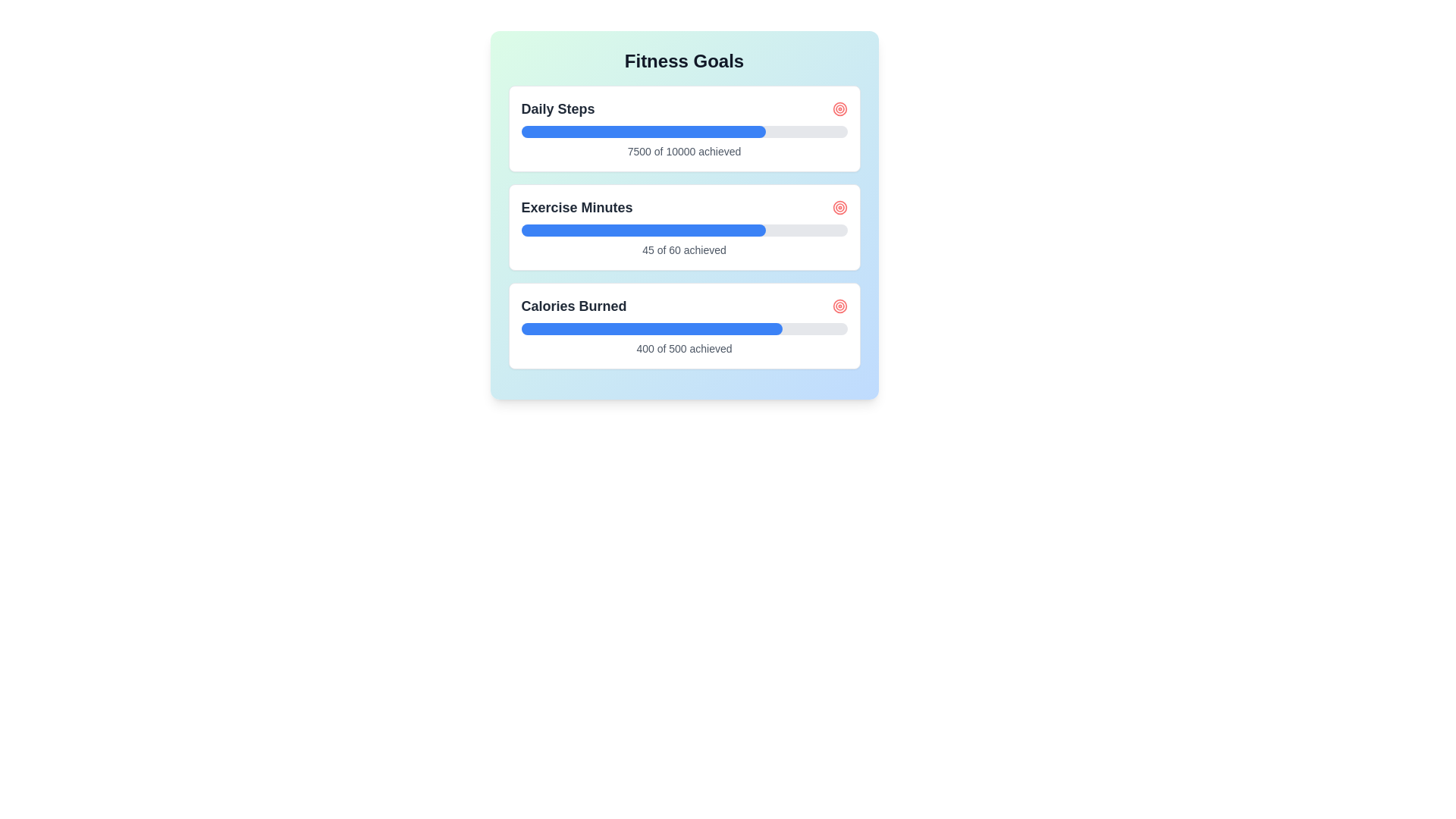 The image size is (1456, 819). What do you see at coordinates (651, 328) in the screenshot?
I see `the Progress bar segment that visually represents the user's progress toward the 'Calories Burned' goal, which is located in the bottom section of the card layout` at bounding box center [651, 328].